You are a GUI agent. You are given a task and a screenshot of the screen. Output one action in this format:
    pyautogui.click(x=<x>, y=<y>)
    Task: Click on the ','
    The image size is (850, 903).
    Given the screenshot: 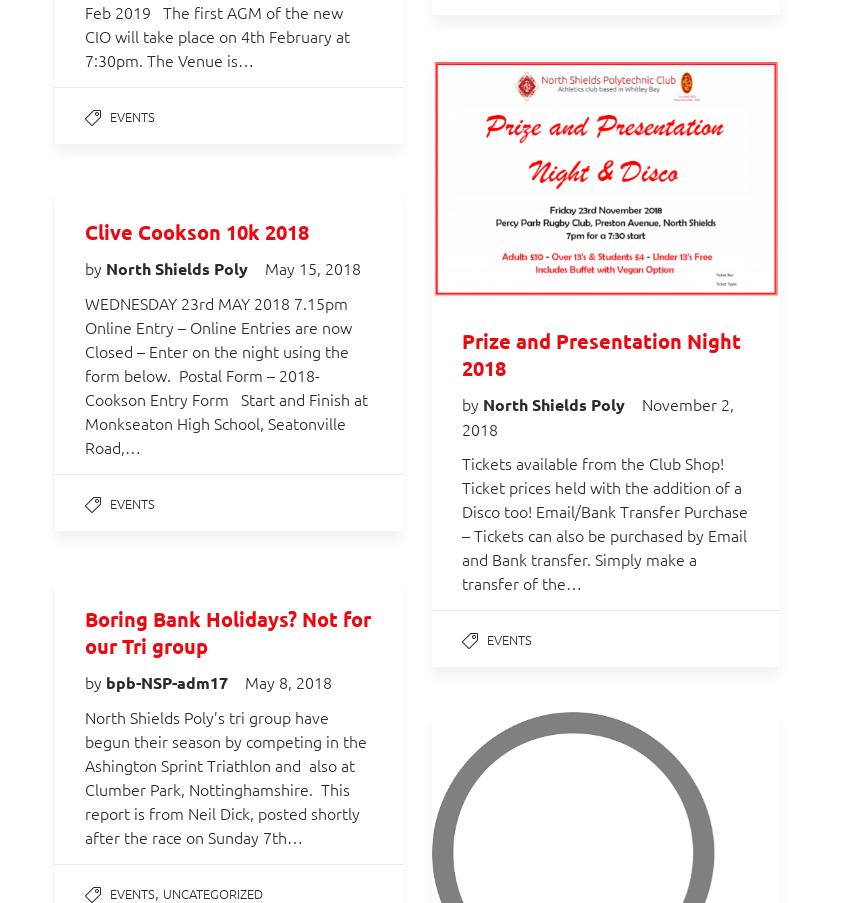 What is the action you would take?
    pyautogui.click(x=159, y=891)
    